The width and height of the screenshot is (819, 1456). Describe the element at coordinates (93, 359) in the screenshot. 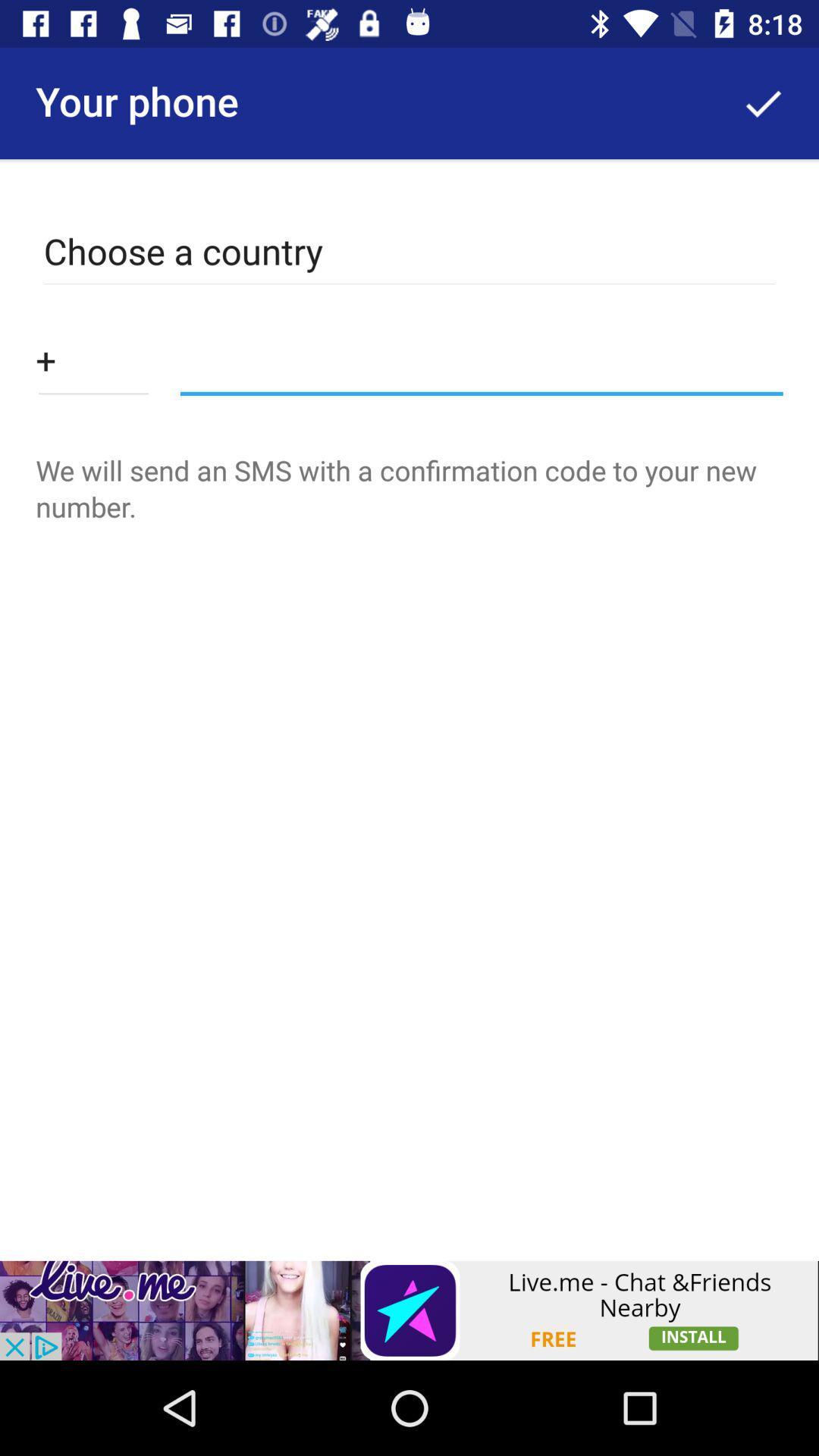

I see `see drop down menu` at that location.